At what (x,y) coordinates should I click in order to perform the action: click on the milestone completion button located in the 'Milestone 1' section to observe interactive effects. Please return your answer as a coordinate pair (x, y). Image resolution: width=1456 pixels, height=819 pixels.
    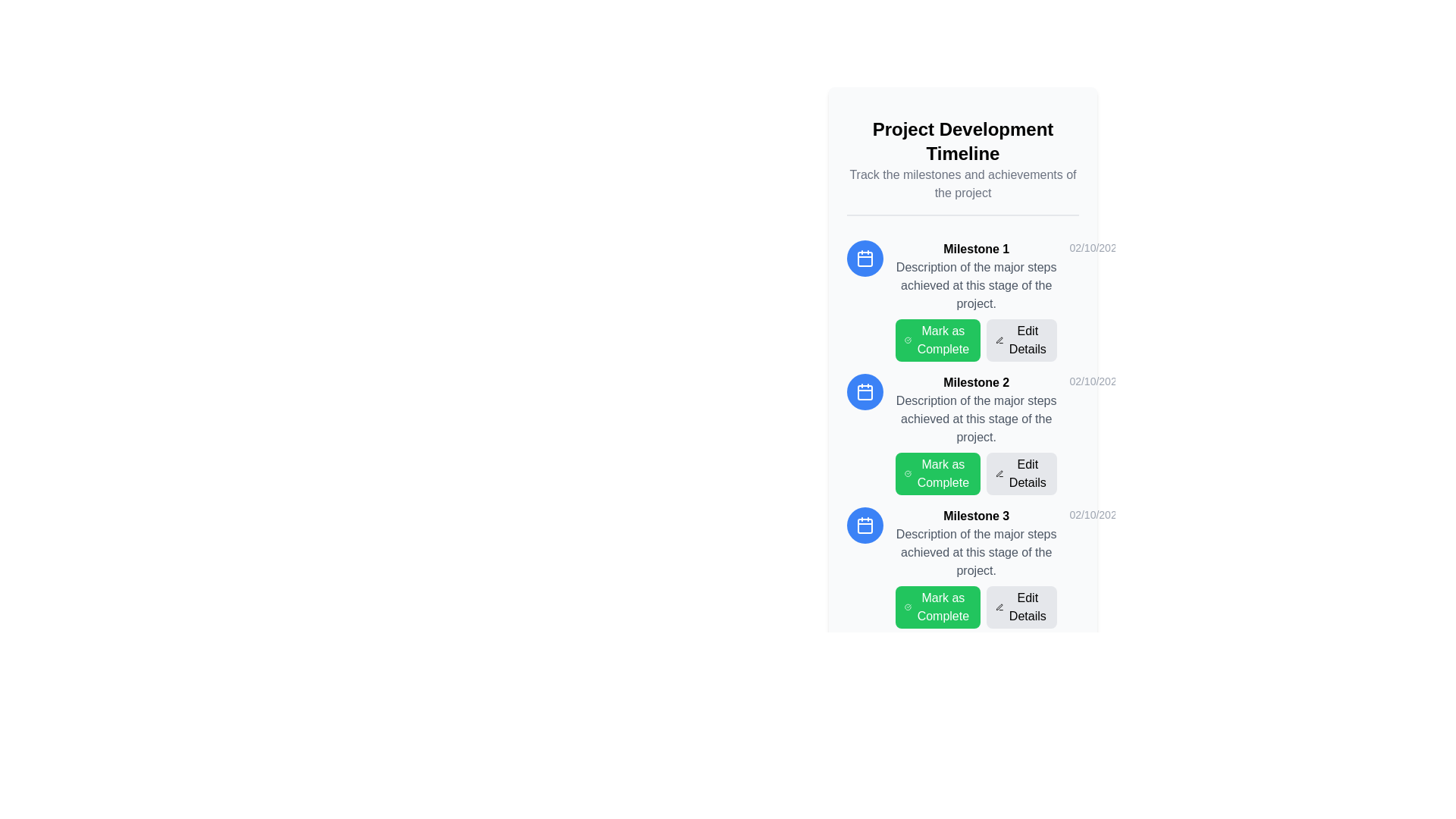
    Looking at the image, I should click on (976, 339).